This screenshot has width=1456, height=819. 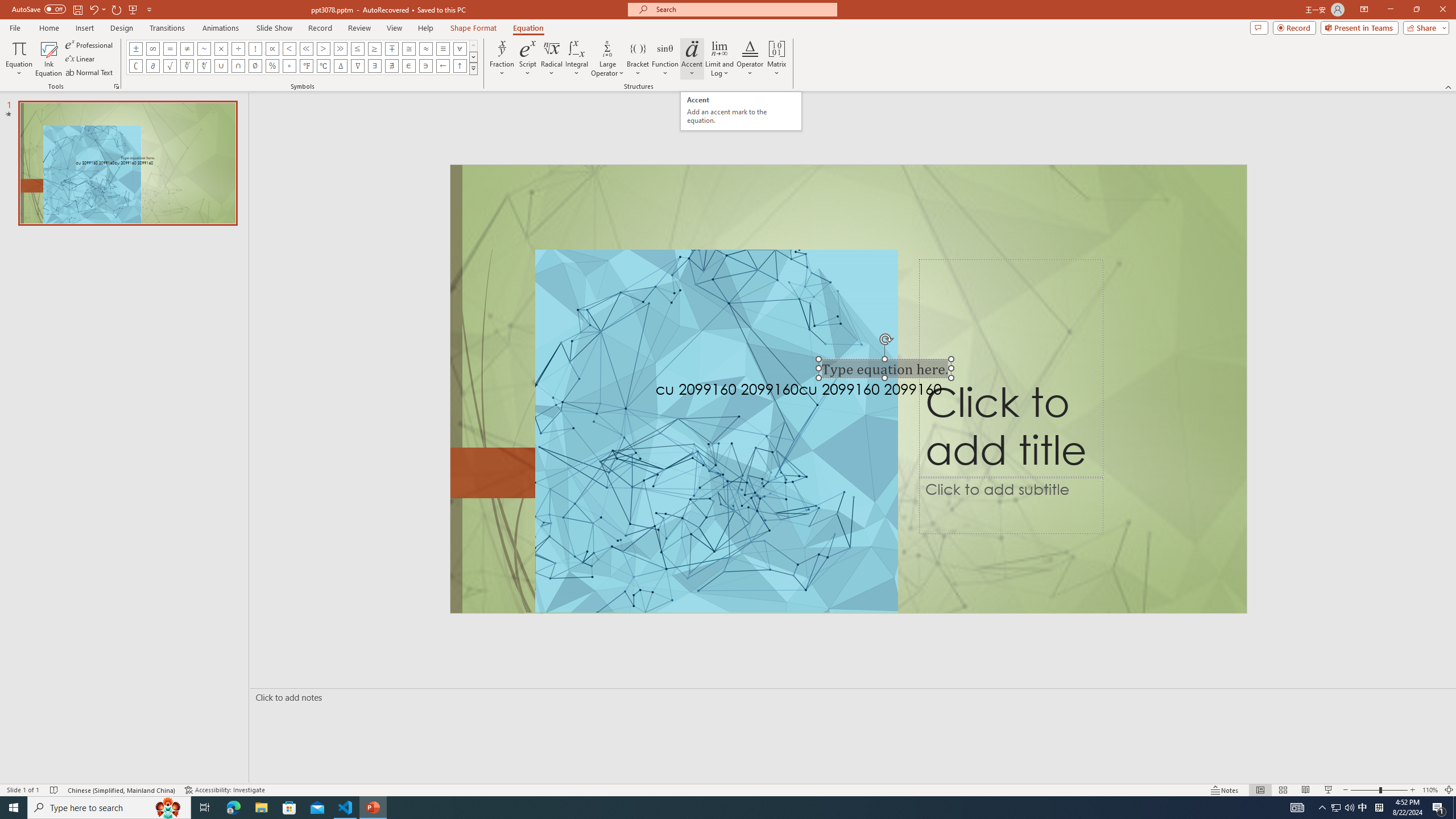 What do you see at coordinates (391, 65) in the screenshot?
I see `'Equation Symbol There Does Not Exist'` at bounding box center [391, 65].